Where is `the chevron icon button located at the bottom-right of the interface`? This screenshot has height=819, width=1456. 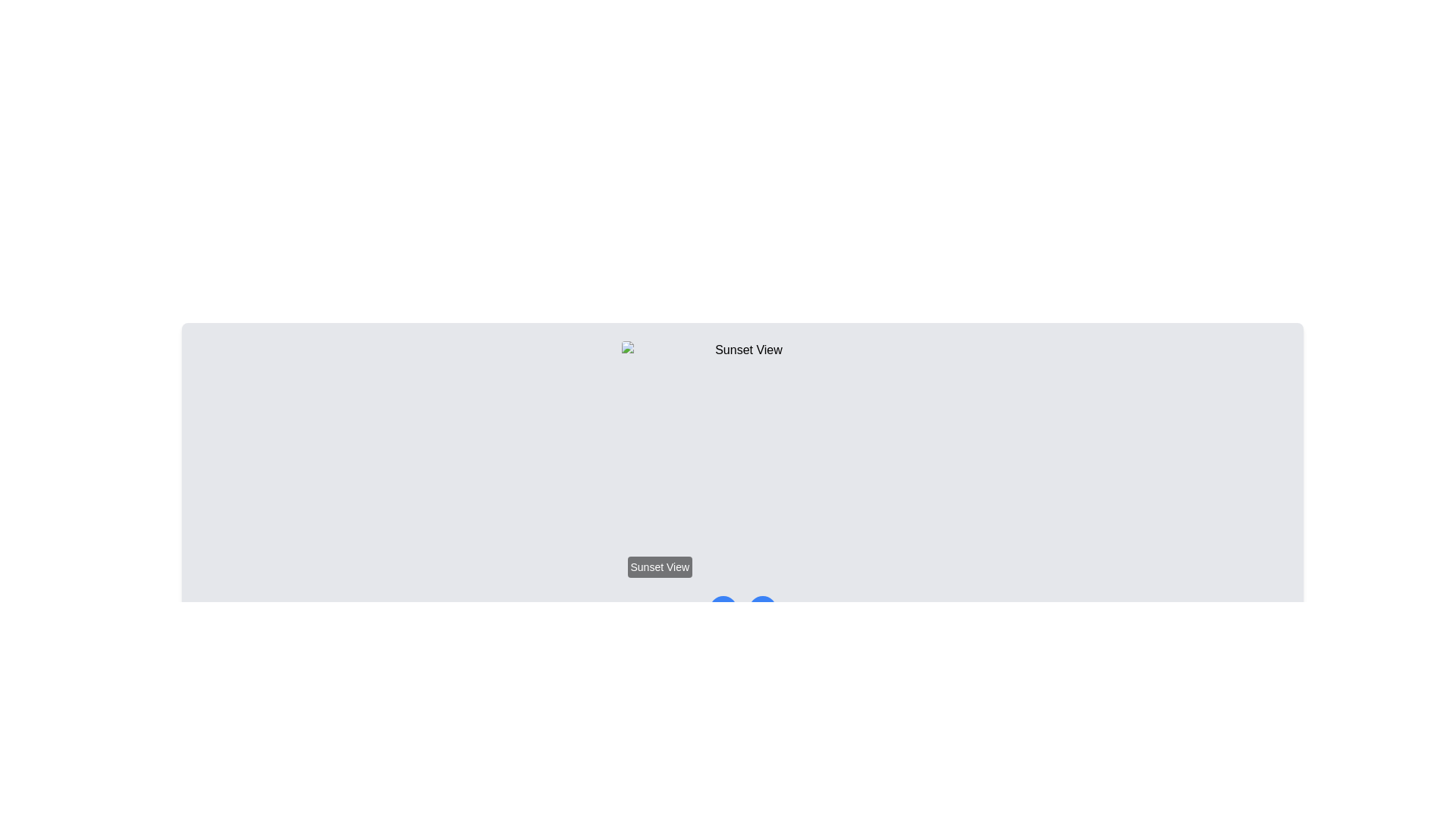 the chevron icon button located at the bottom-right of the interface is located at coordinates (762, 608).